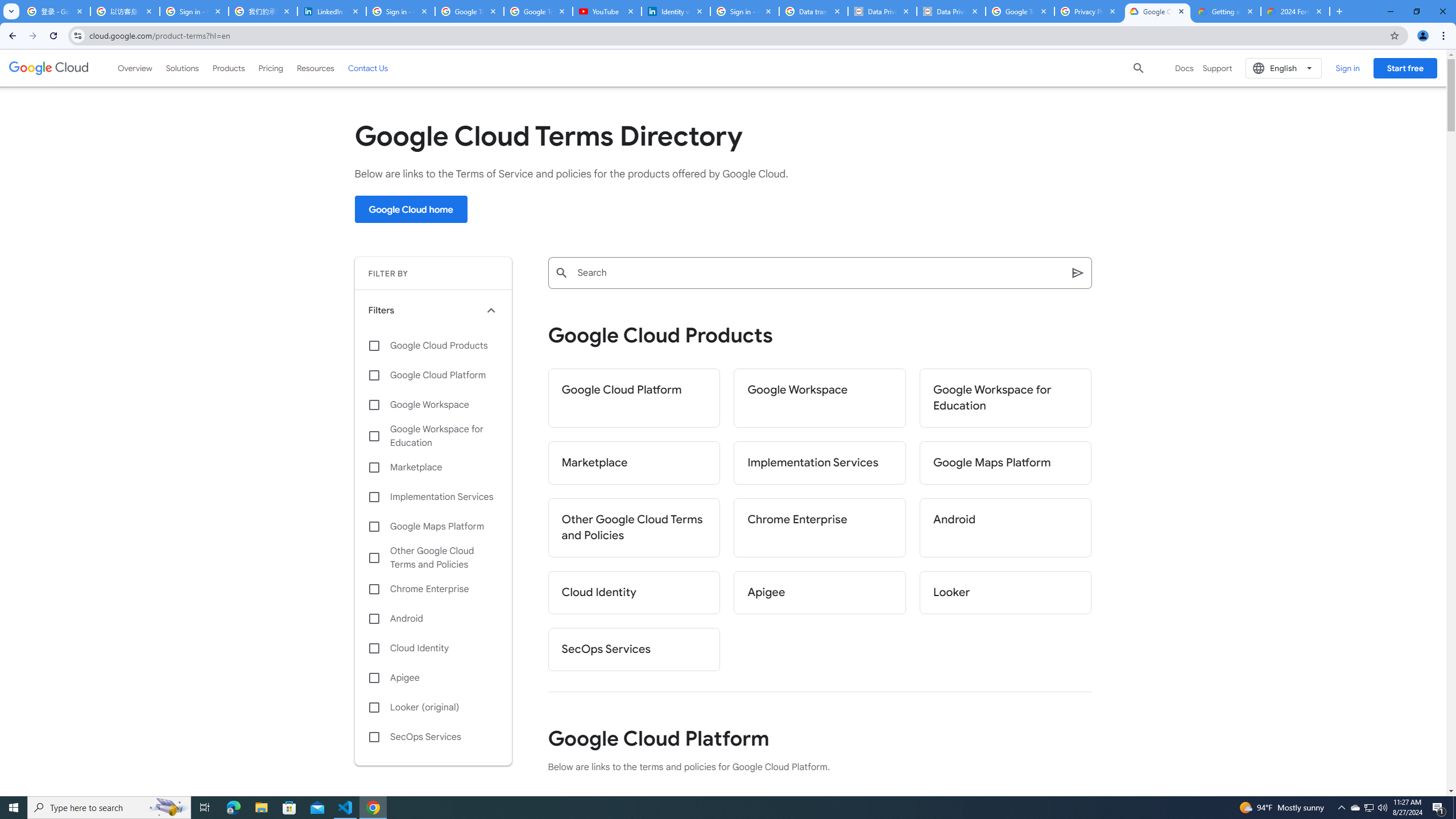 The width and height of the screenshot is (1456, 819). I want to click on 'Google Cloud Products', so click(433, 345).